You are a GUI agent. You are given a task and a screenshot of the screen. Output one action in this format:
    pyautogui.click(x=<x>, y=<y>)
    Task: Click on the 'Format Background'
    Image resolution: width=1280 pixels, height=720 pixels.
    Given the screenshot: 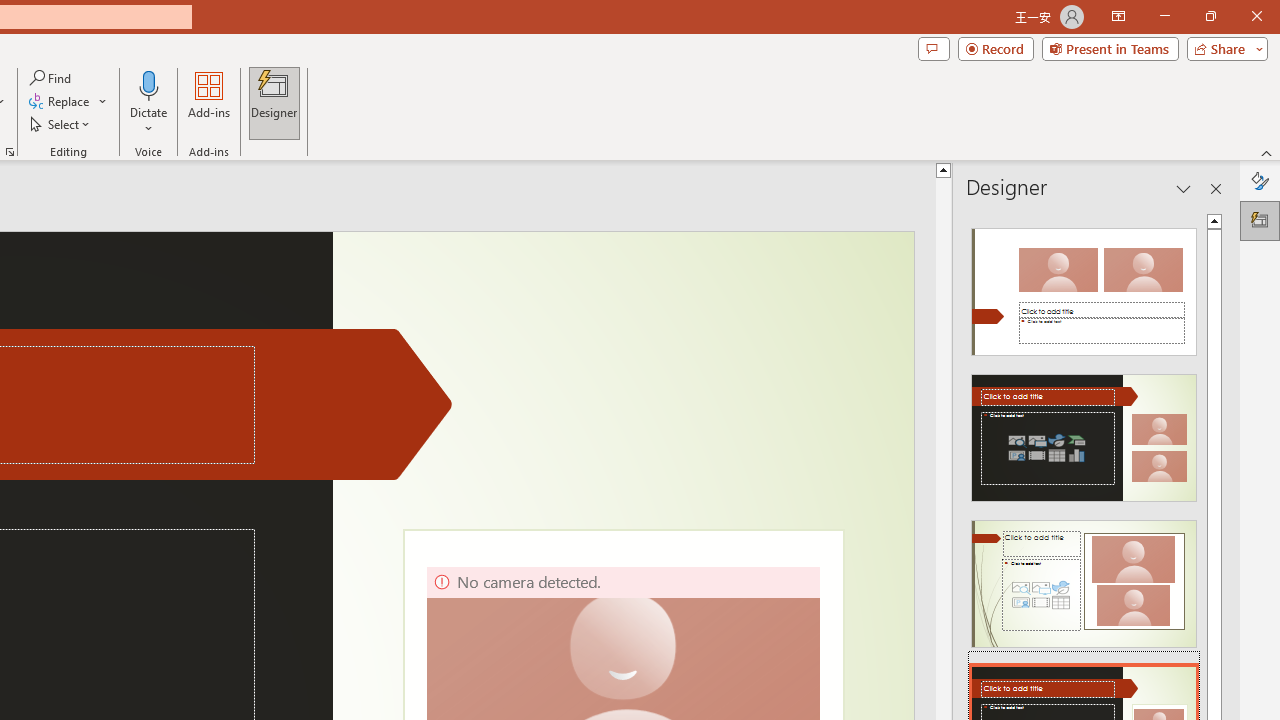 What is the action you would take?
    pyautogui.click(x=1259, y=181)
    